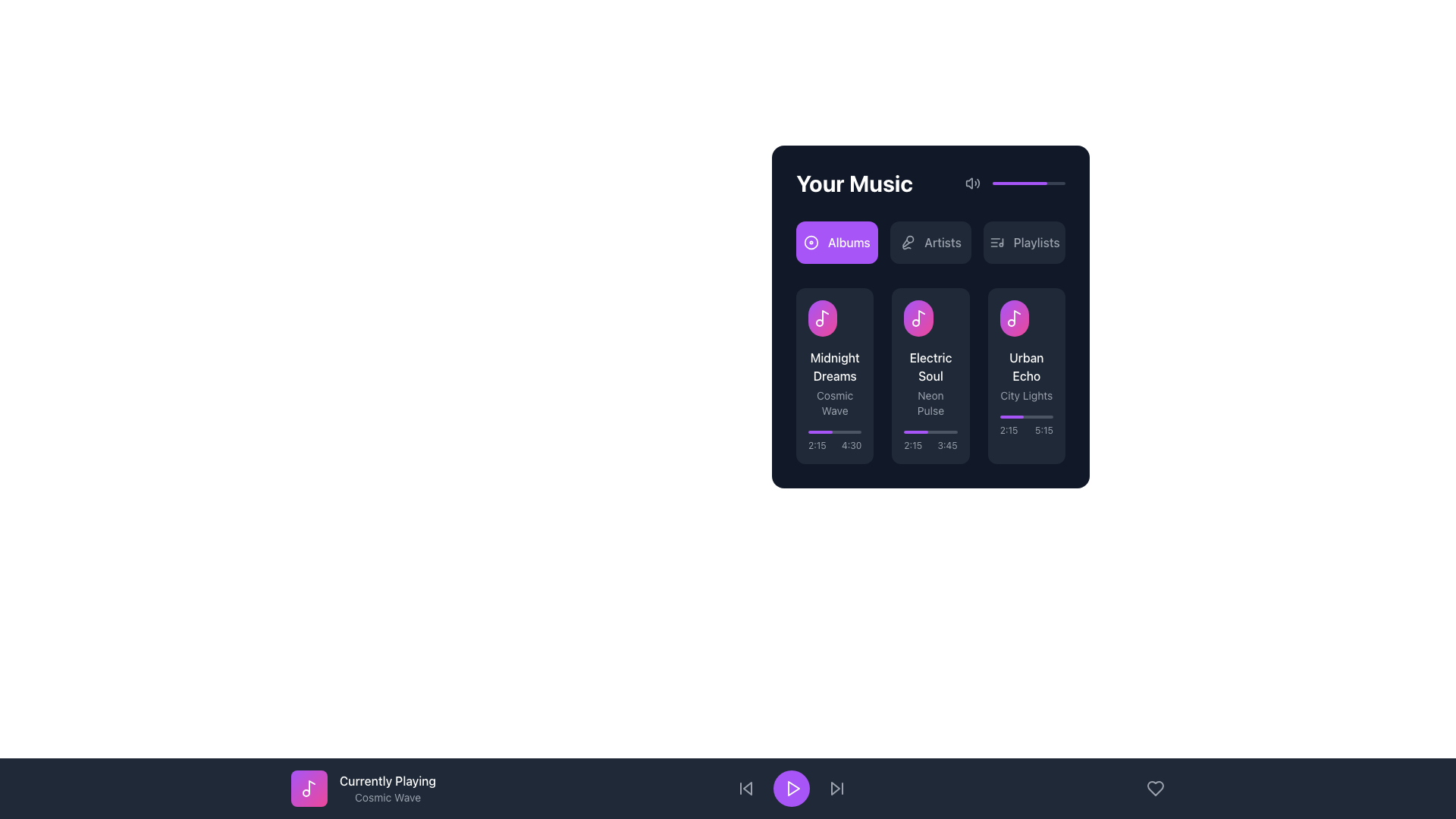  I want to click on the 'Cosmic Wave' text label located in the 'Currently Playing' section at the bottom of the interface, so click(388, 797).